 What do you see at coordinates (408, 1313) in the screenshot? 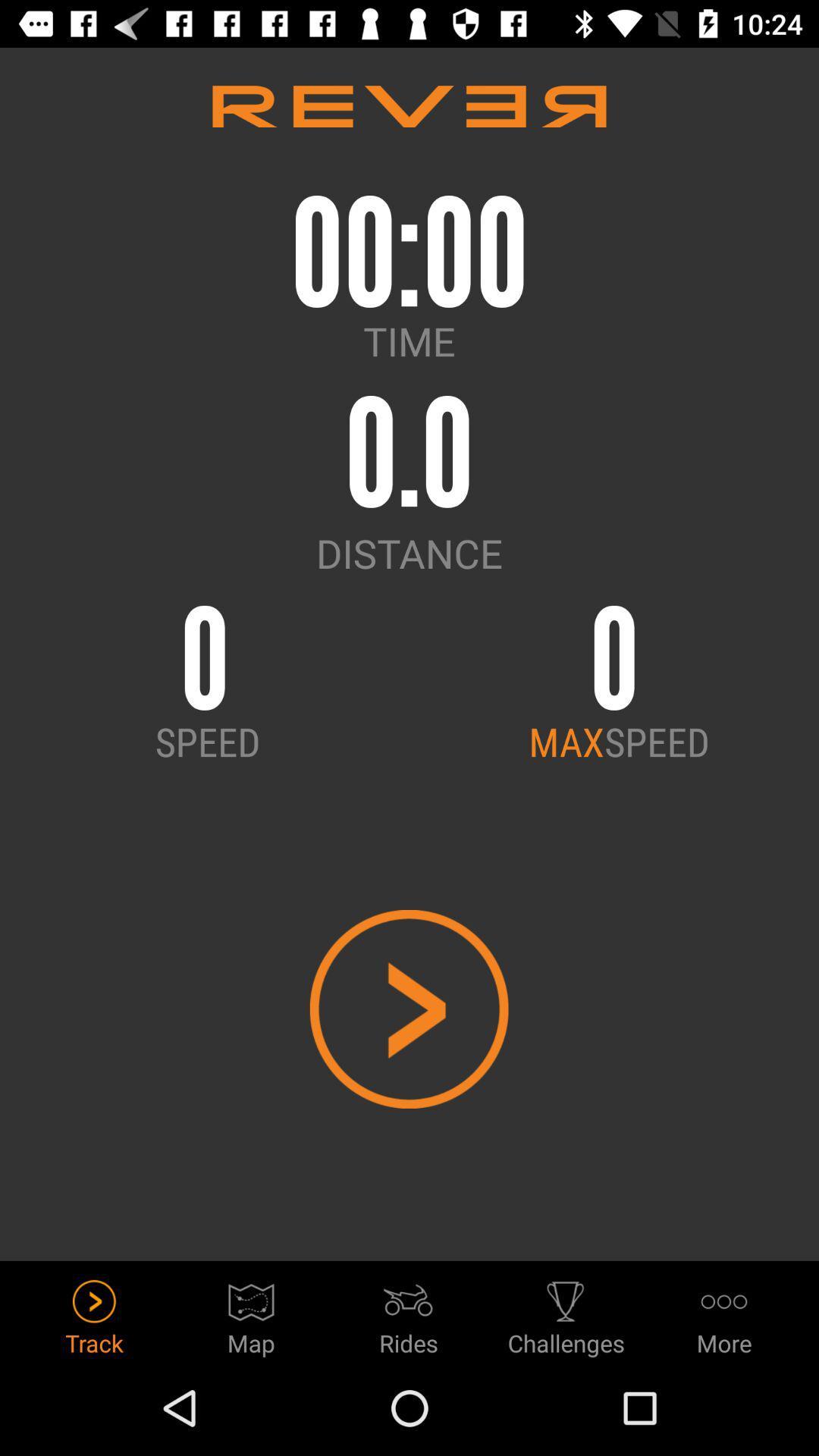
I see `item to the left of the challenges item` at bounding box center [408, 1313].